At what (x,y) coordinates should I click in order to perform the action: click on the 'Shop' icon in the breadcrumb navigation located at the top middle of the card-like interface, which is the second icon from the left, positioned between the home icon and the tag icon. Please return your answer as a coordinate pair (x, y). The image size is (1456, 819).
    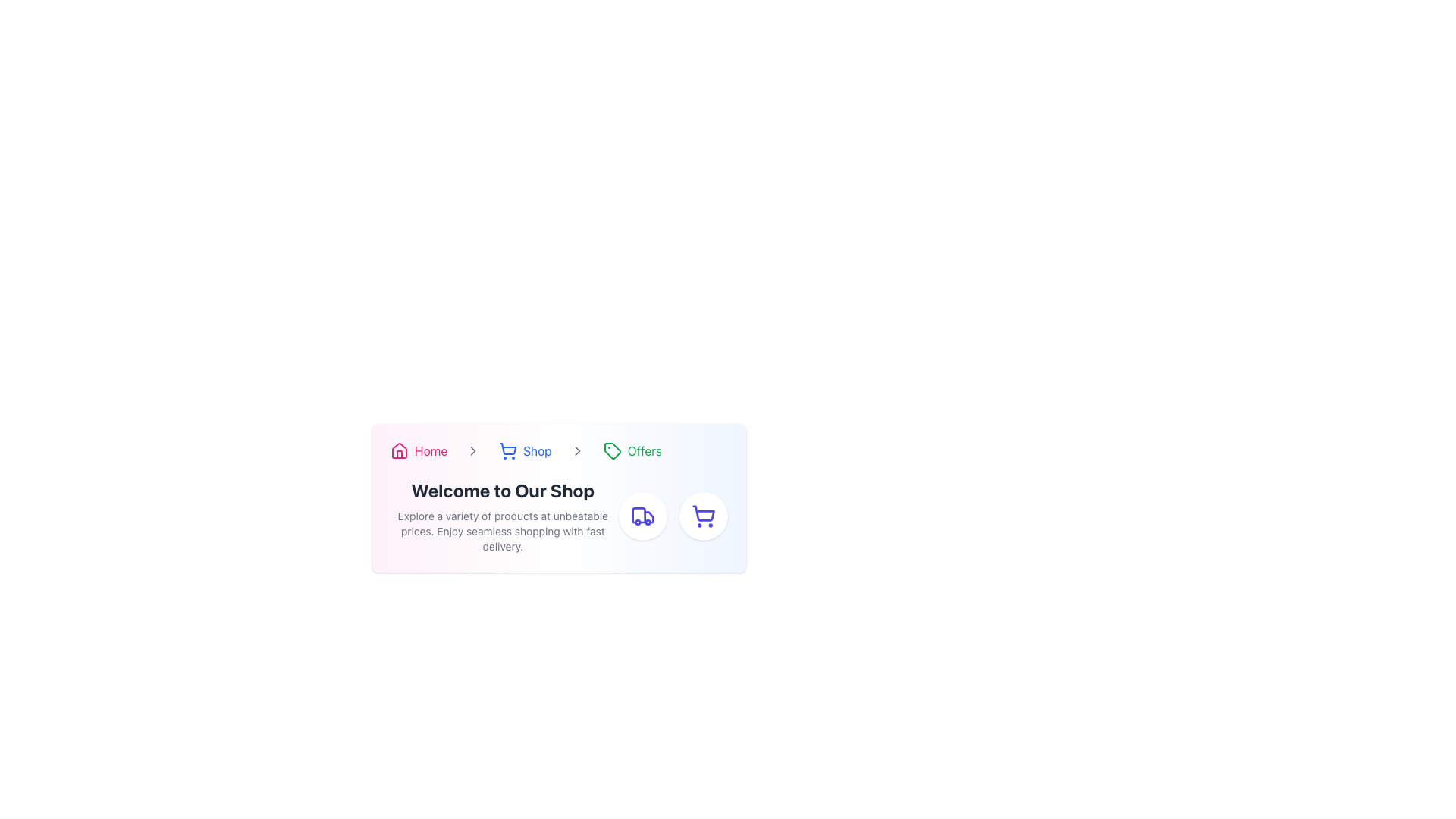
    Looking at the image, I should click on (508, 448).